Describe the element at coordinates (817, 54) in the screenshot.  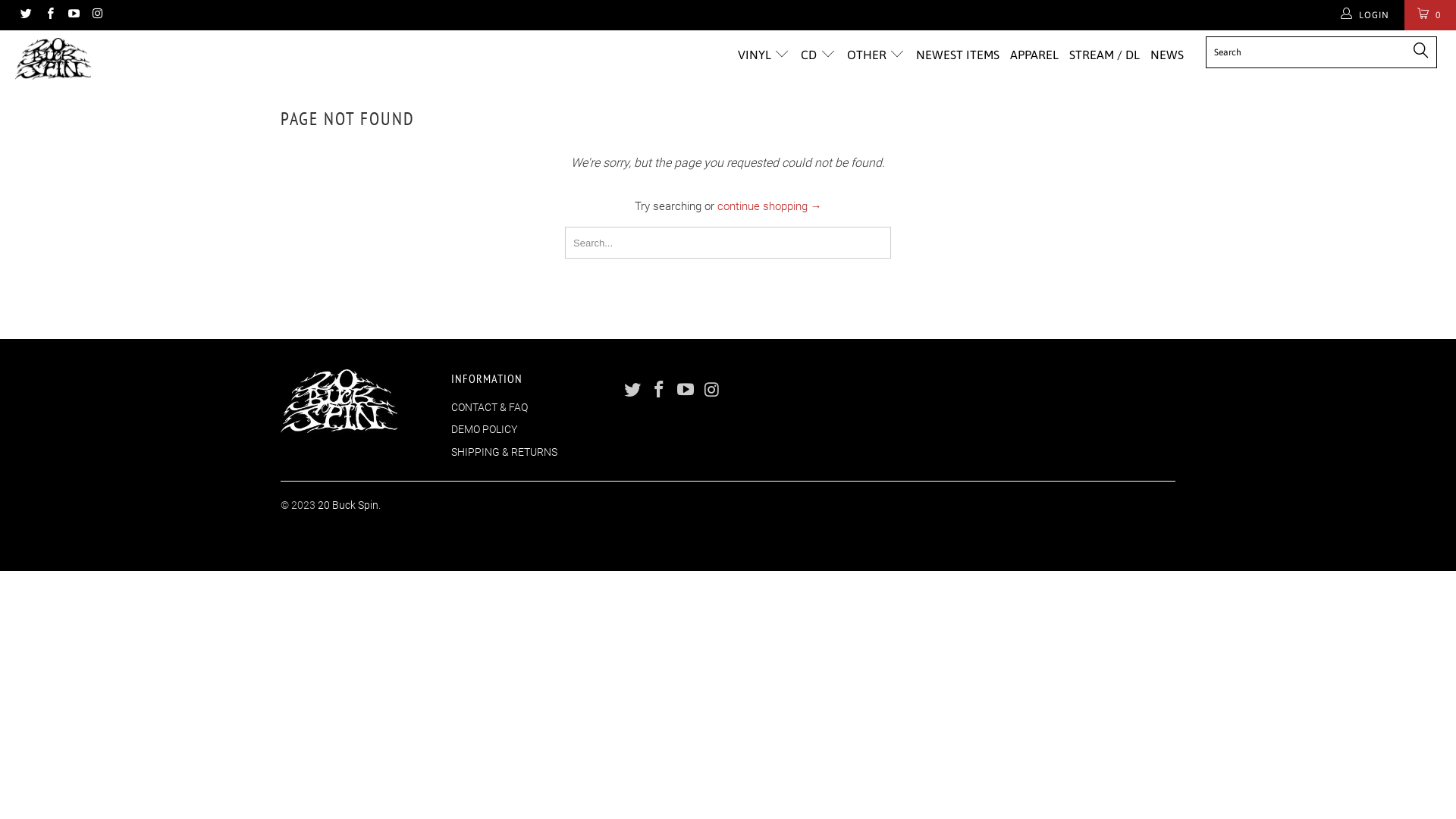
I see `'CD'` at that location.